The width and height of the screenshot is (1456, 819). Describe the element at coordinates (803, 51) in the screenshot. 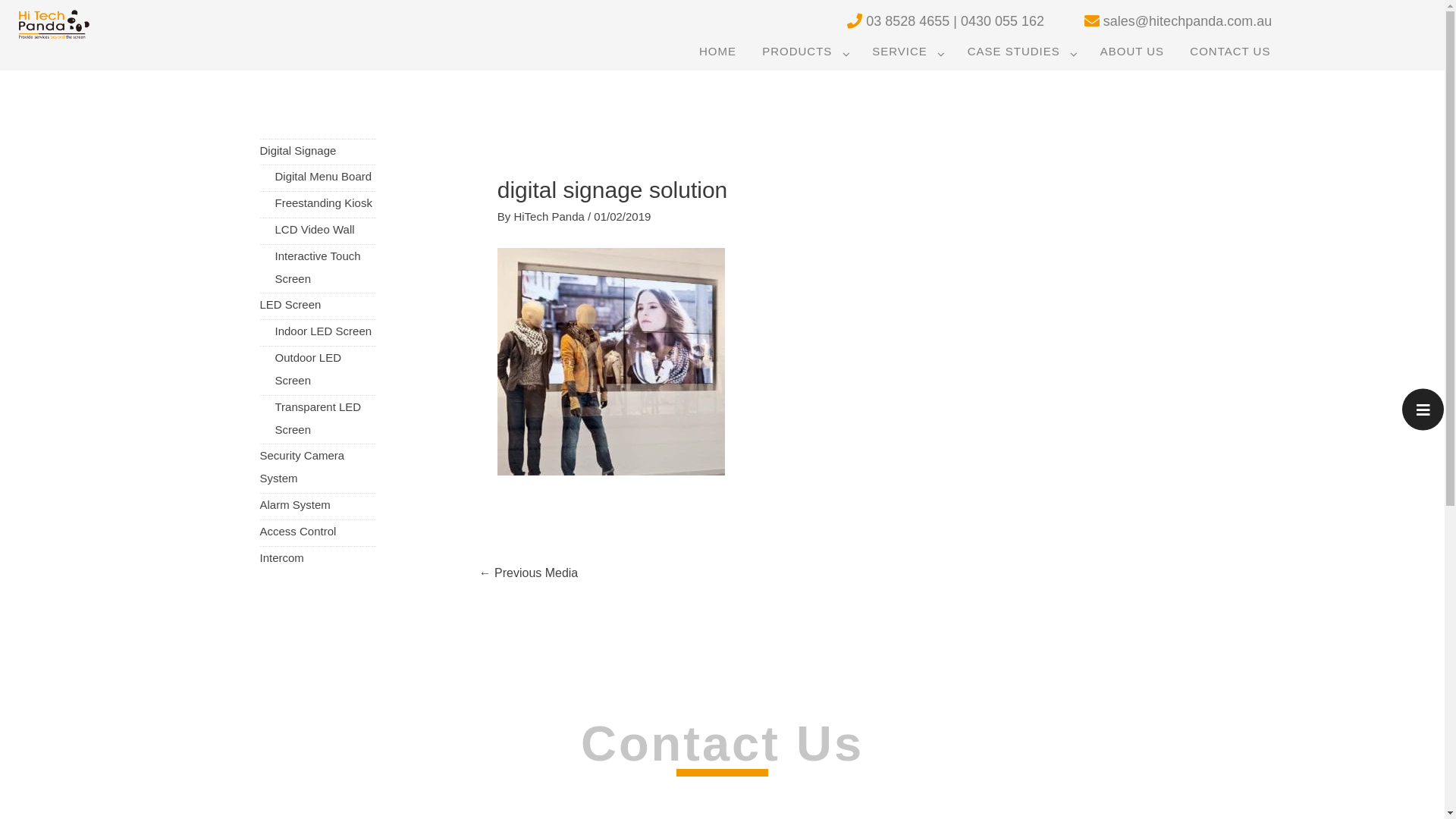

I see `'PRODUCTS'` at that location.